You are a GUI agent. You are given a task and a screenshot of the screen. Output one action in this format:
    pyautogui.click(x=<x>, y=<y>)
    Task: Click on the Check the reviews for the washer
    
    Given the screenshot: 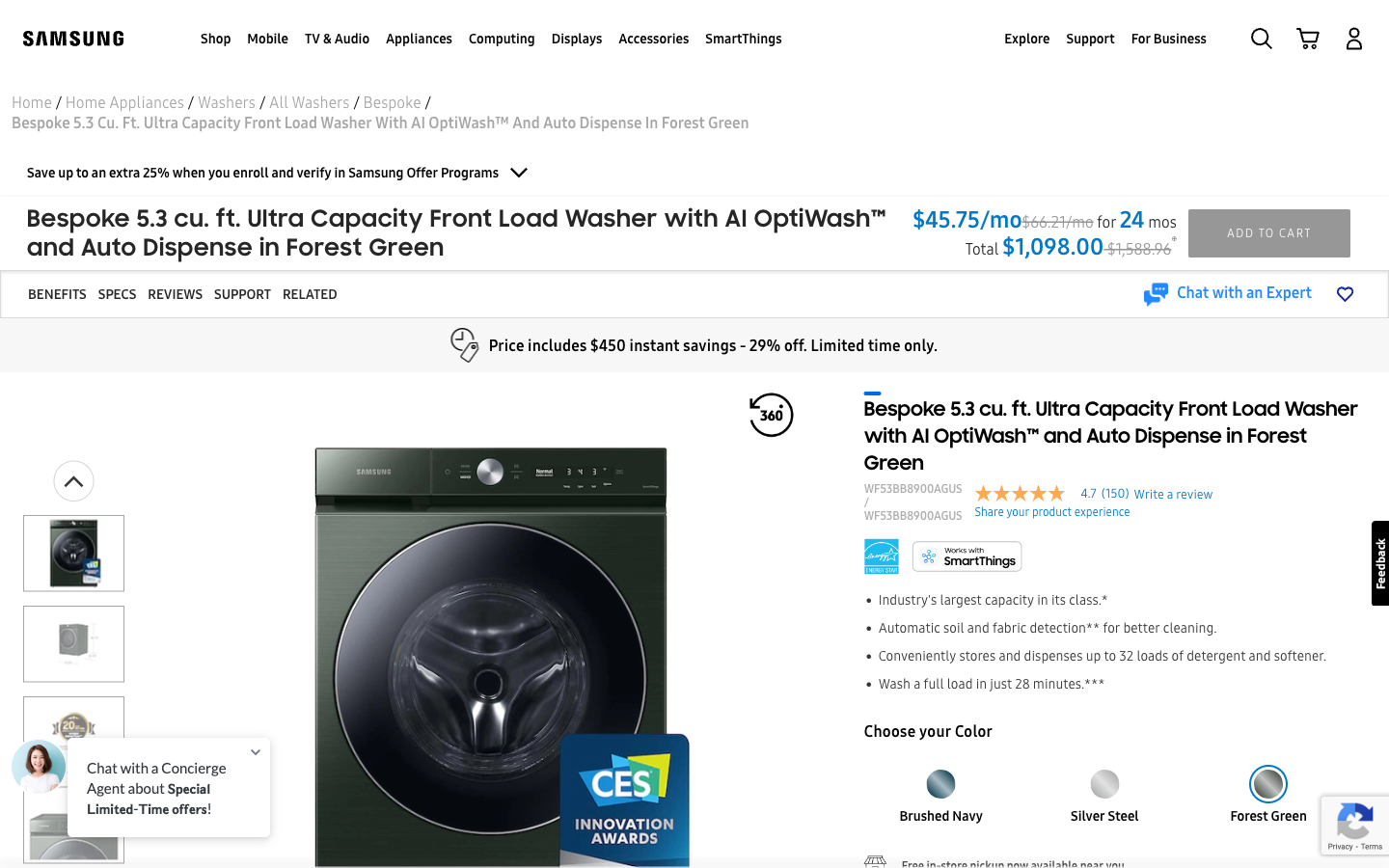 What is the action you would take?
    pyautogui.click(x=175, y=293)
    